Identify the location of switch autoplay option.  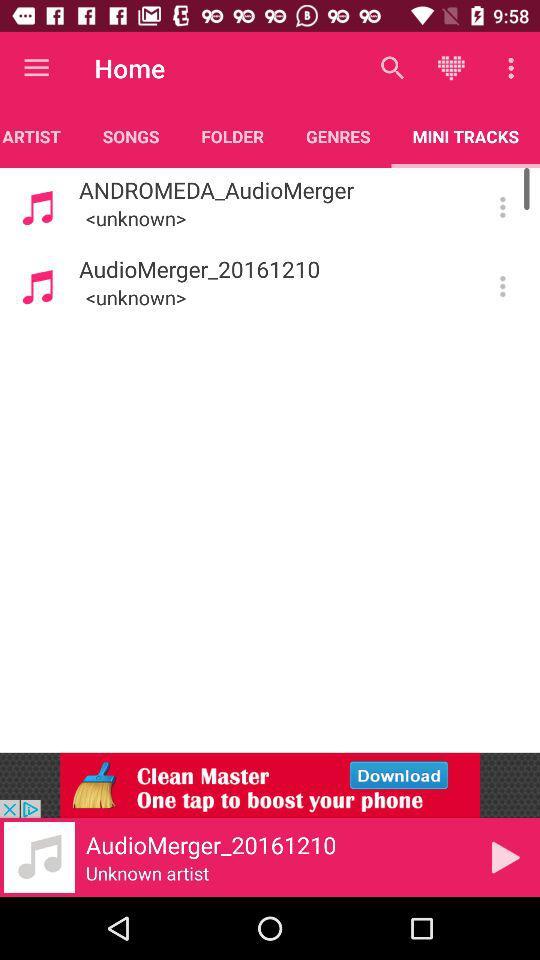
(501, 285).